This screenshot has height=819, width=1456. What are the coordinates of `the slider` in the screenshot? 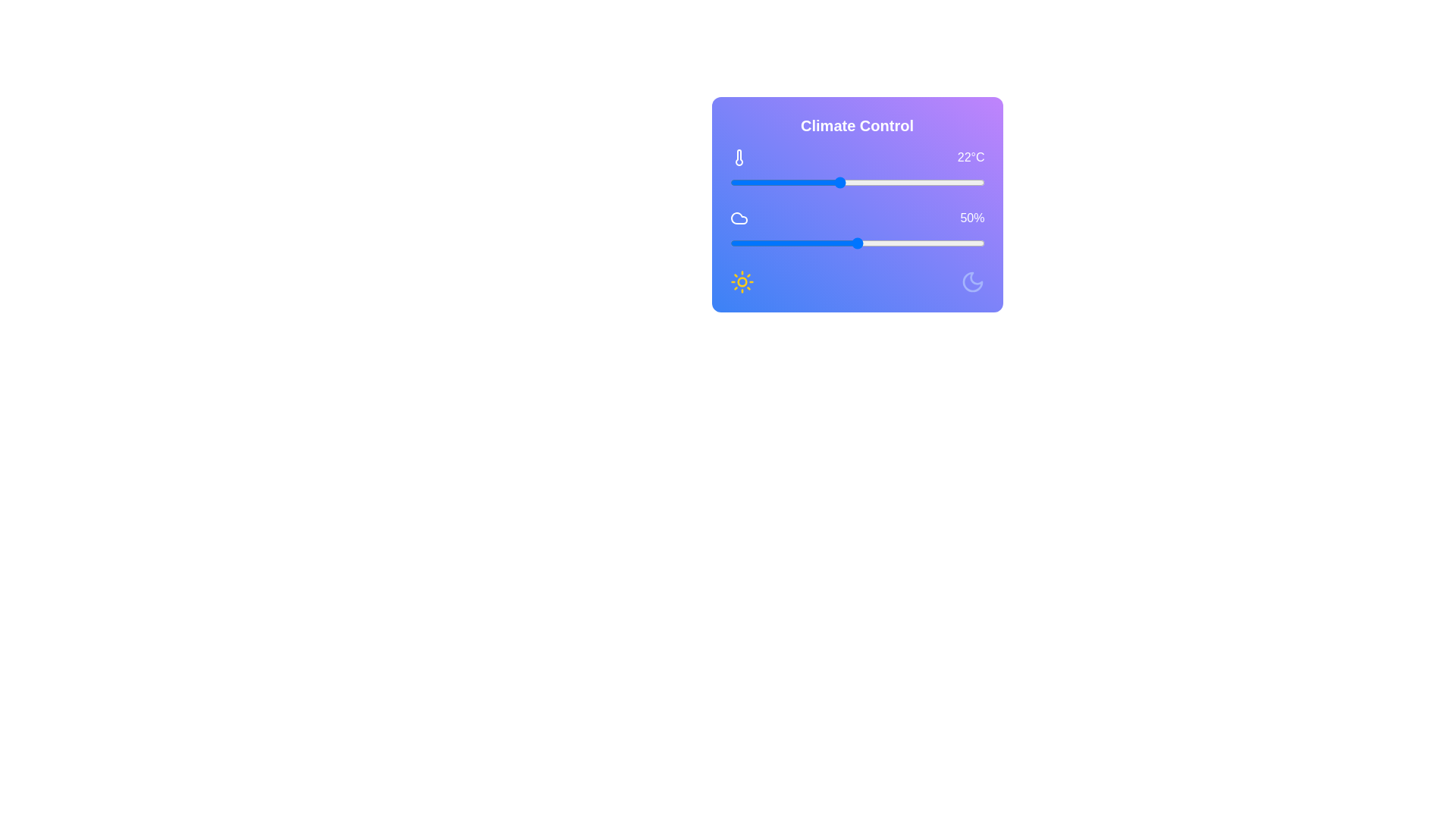 It's located at (902, 218).